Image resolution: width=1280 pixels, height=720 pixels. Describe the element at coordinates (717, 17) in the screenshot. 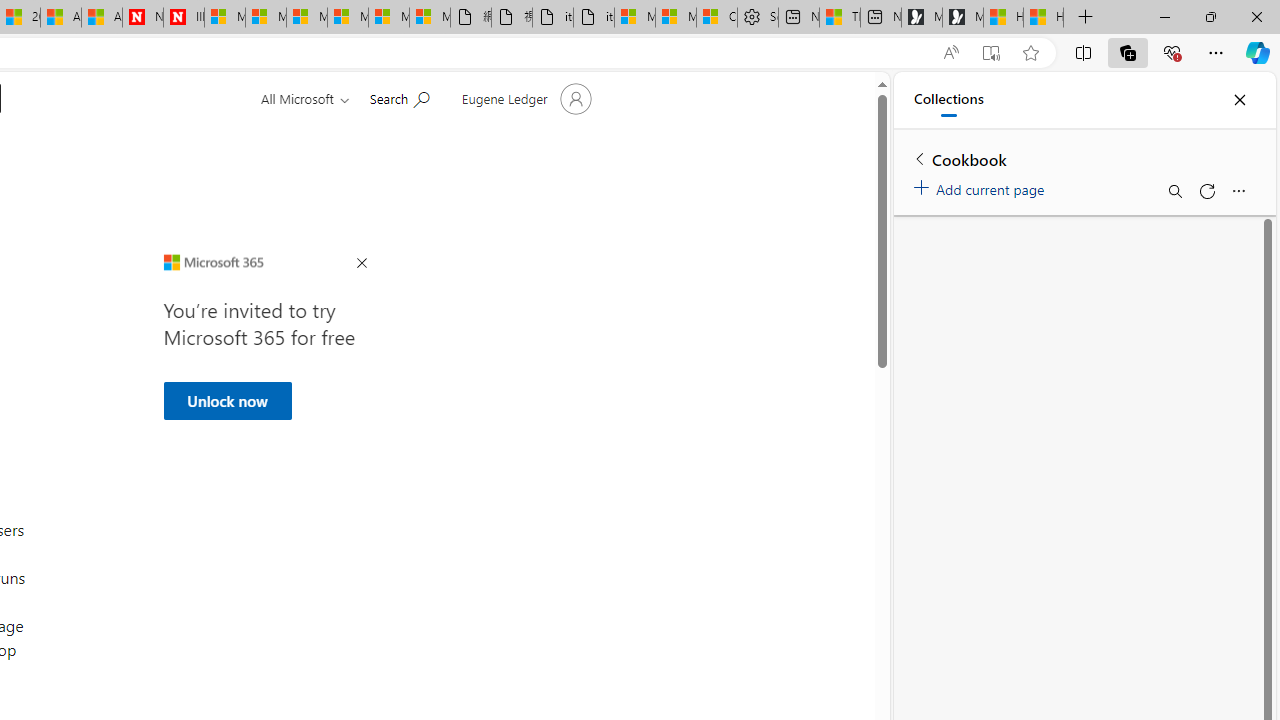

I see `'Consumer Health Data Privacy Policy'` at that location.